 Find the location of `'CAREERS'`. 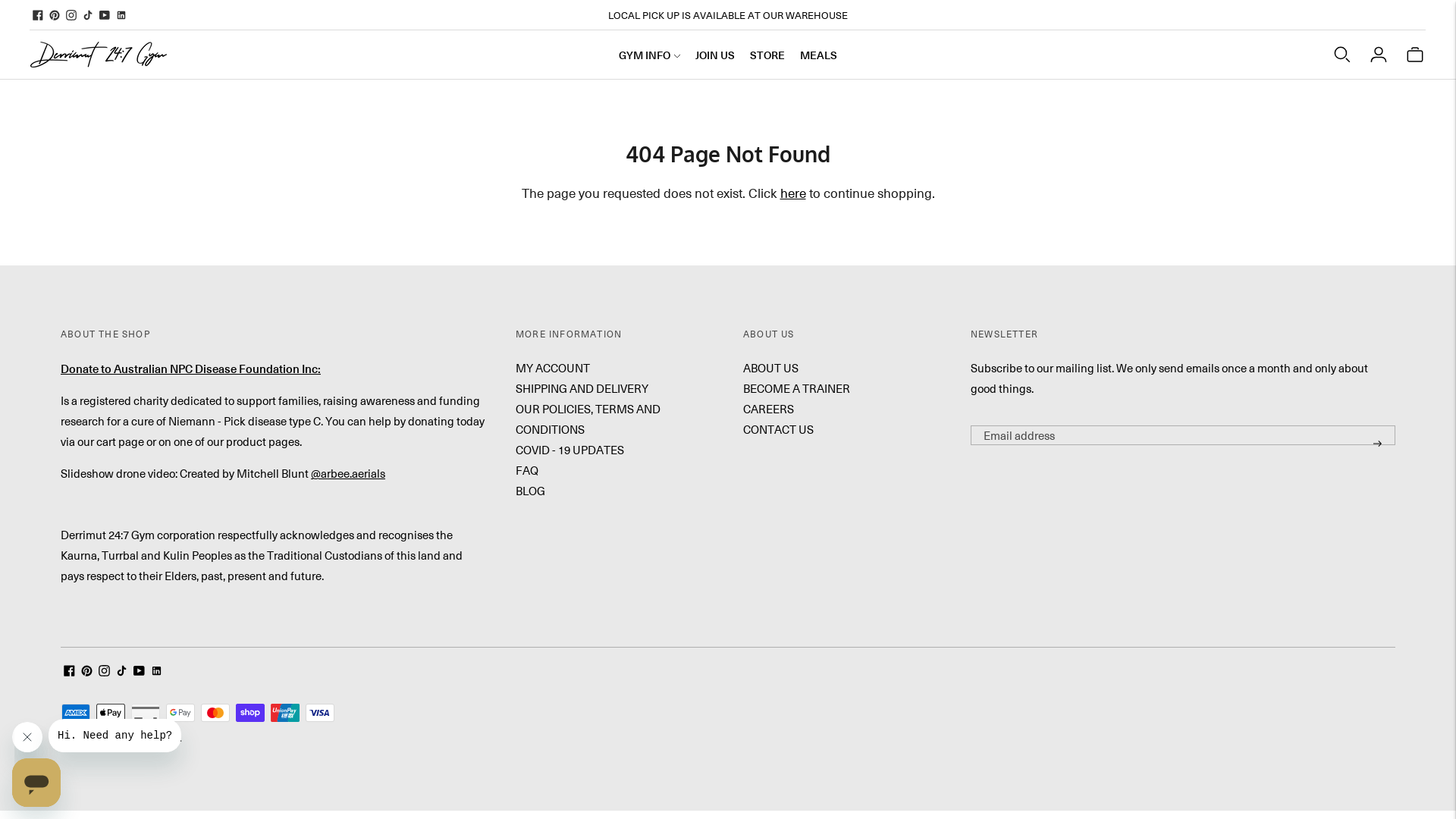

'CAREERS' is located at coordinates (768, 408).